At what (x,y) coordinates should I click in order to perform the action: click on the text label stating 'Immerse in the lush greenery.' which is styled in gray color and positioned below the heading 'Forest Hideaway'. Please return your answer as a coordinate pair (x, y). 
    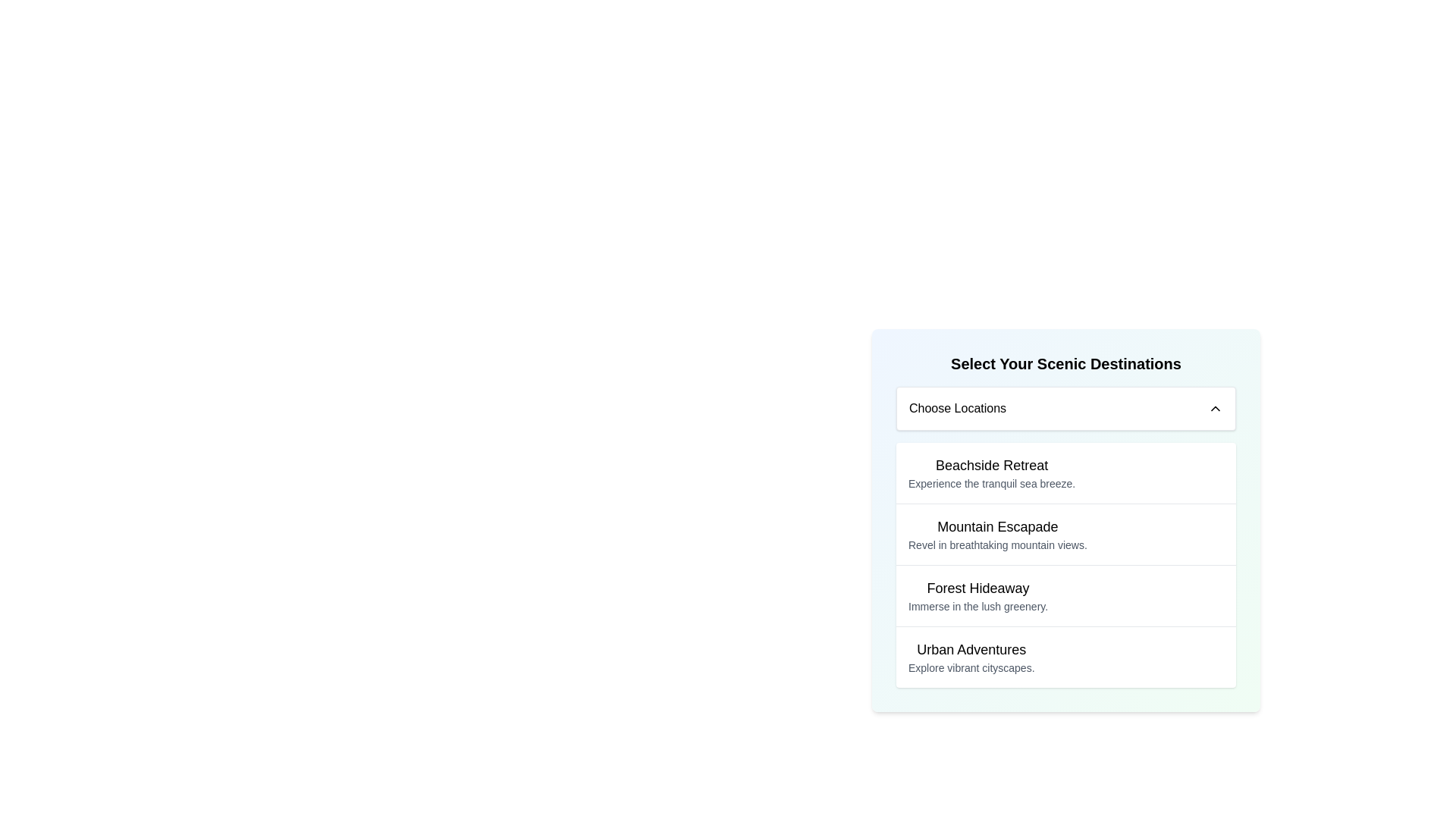
    Looking at the image, I should click on (978, 605).